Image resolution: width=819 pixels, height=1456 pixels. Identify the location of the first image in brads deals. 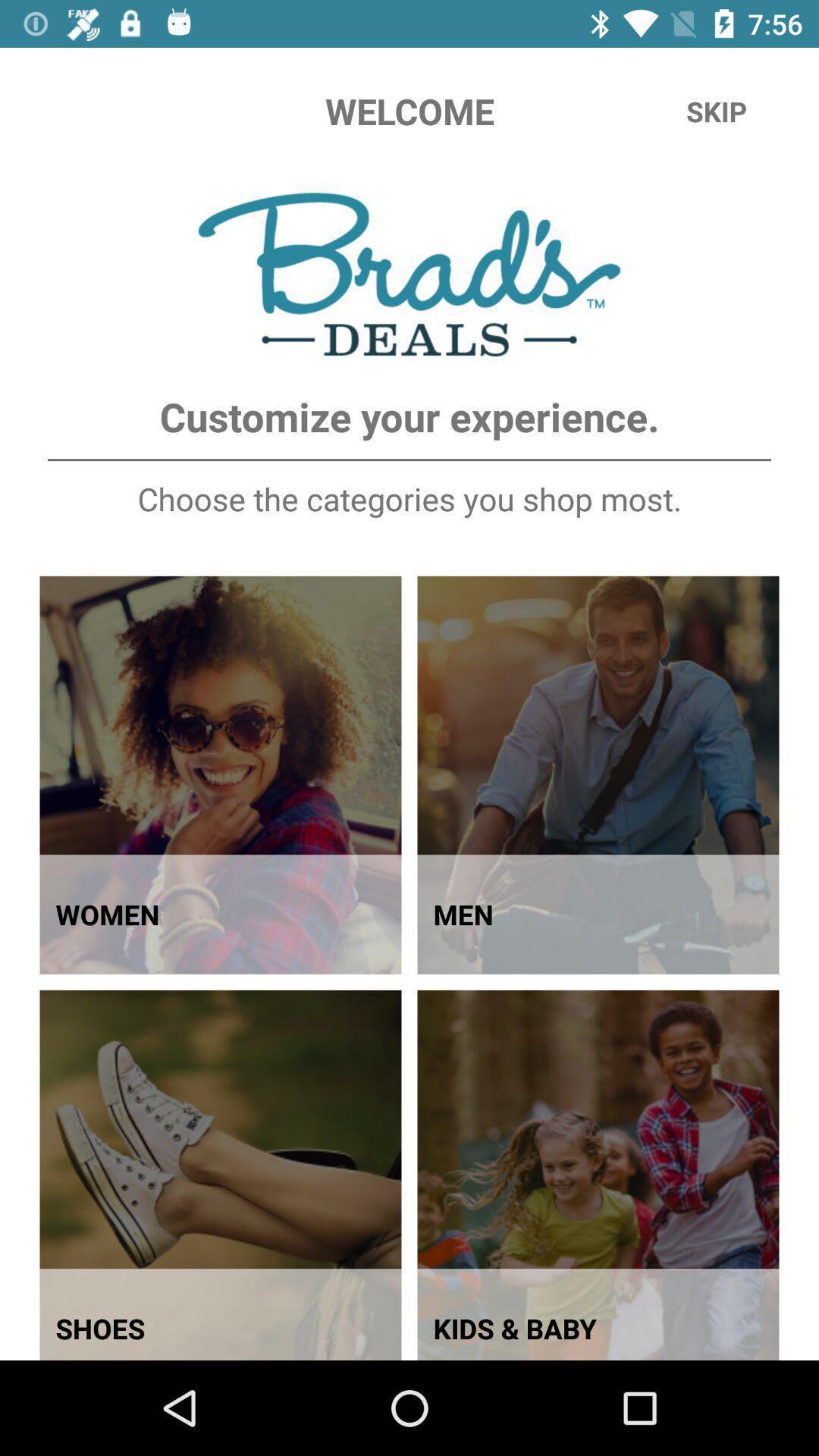
(221, 775).